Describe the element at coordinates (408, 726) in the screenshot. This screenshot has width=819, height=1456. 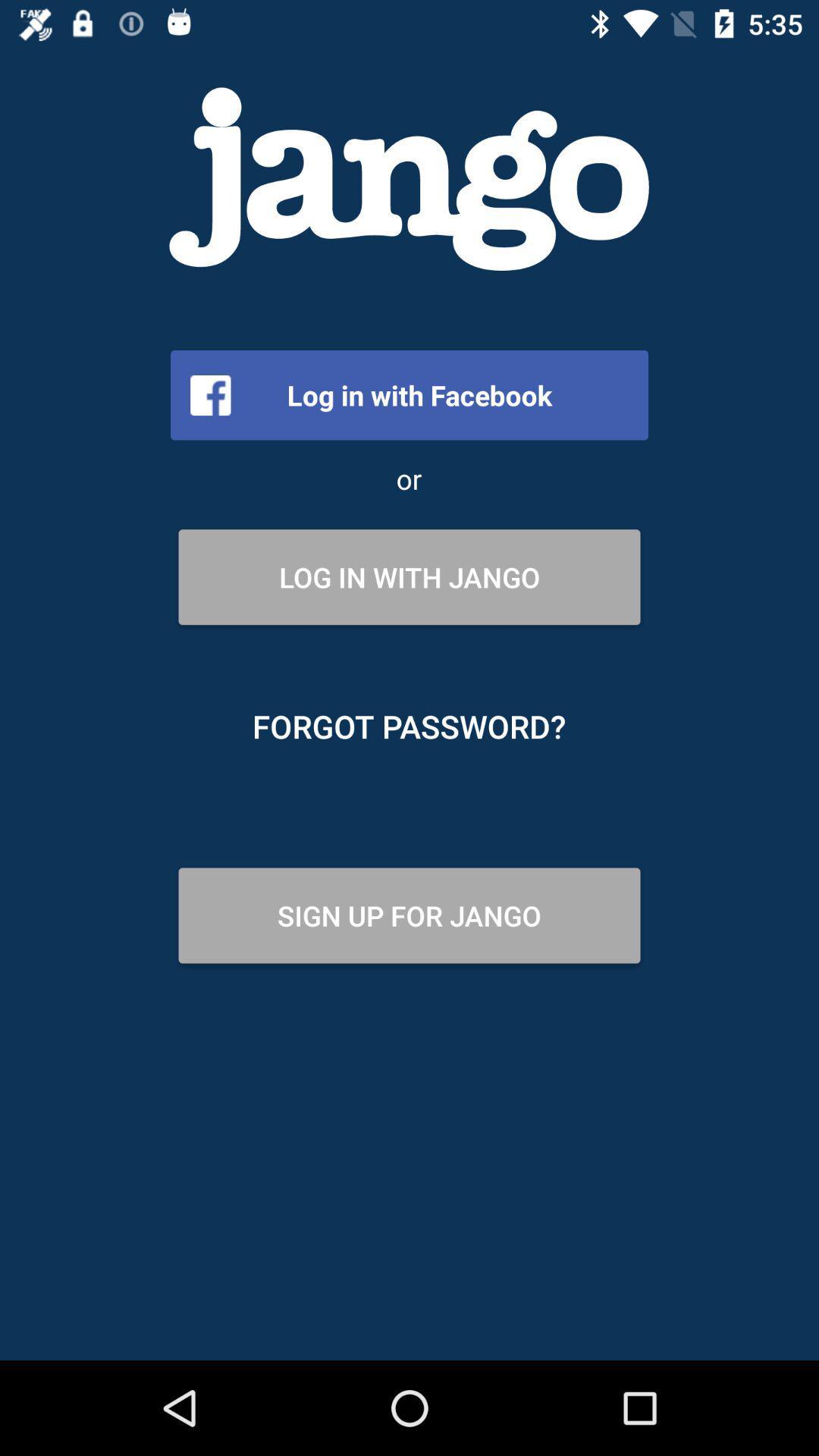
I see `the item above sign up for item` at that location.